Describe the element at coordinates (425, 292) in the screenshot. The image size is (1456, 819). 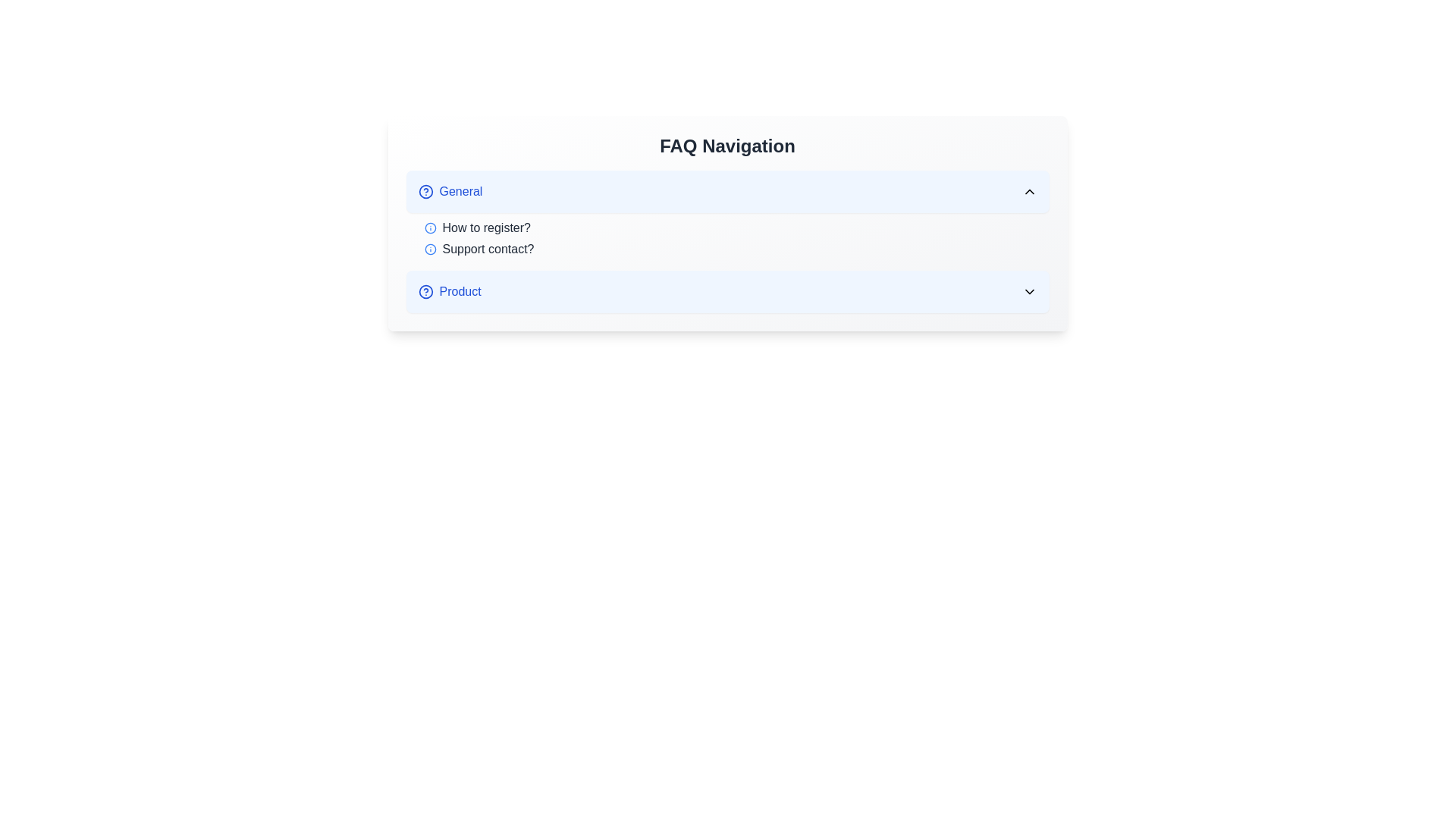
I see `the circular icon element representing the 'Product' FAQ section, located in the FAQ navigation panel adjacent to the 'Product' text` at that location.